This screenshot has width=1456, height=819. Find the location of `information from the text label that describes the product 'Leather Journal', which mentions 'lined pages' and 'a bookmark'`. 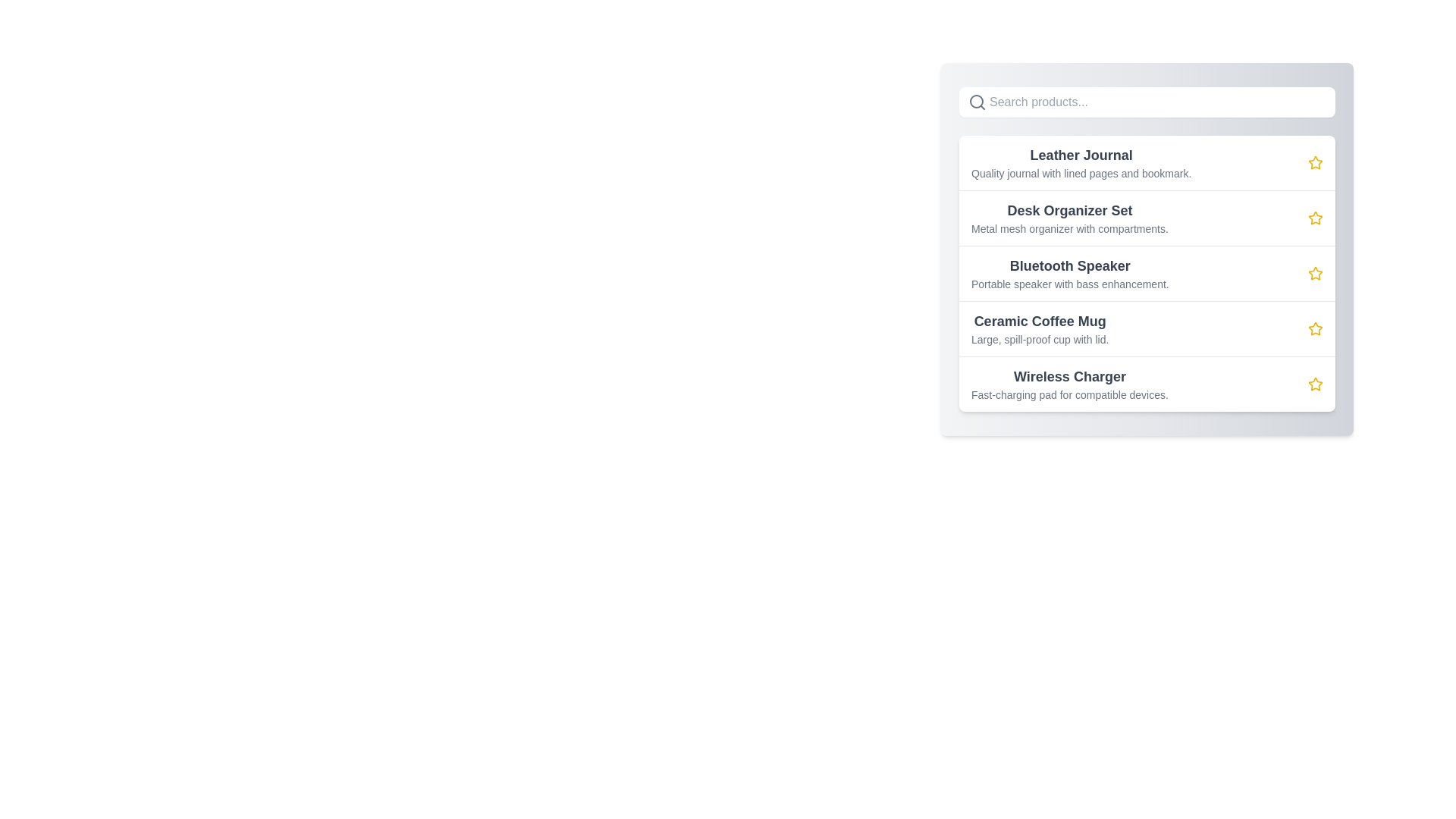

information from the text label that describes the product 'Leather Journal', which mentions 'lined pages' and 'a bookmark' is located at coordinates (1081, 172).